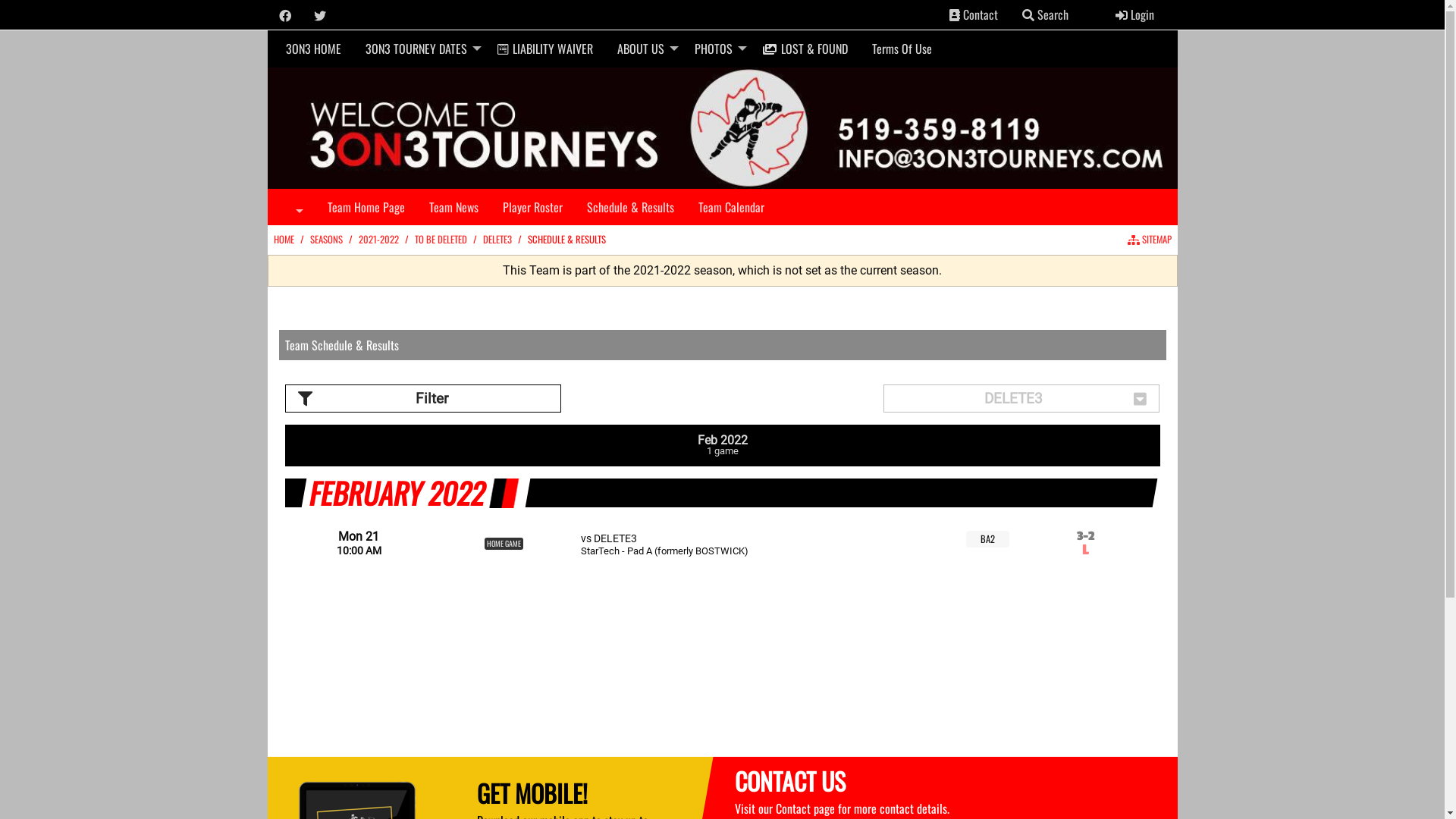  I want to click on 'Schedule & Results', so click(574, 206).